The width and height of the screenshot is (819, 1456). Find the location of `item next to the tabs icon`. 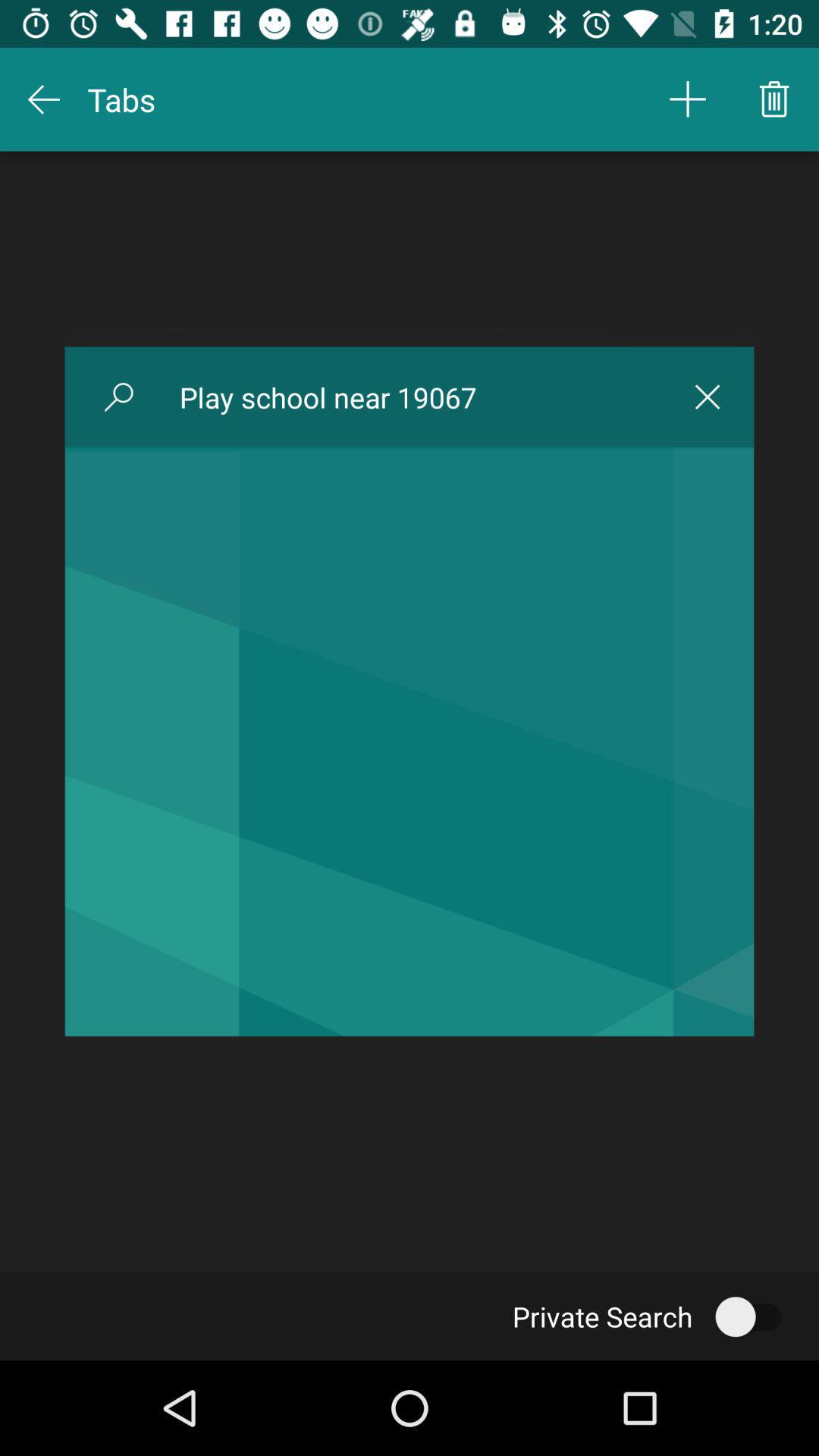

item next to the tabs icon is located at coordinates (687, 99).